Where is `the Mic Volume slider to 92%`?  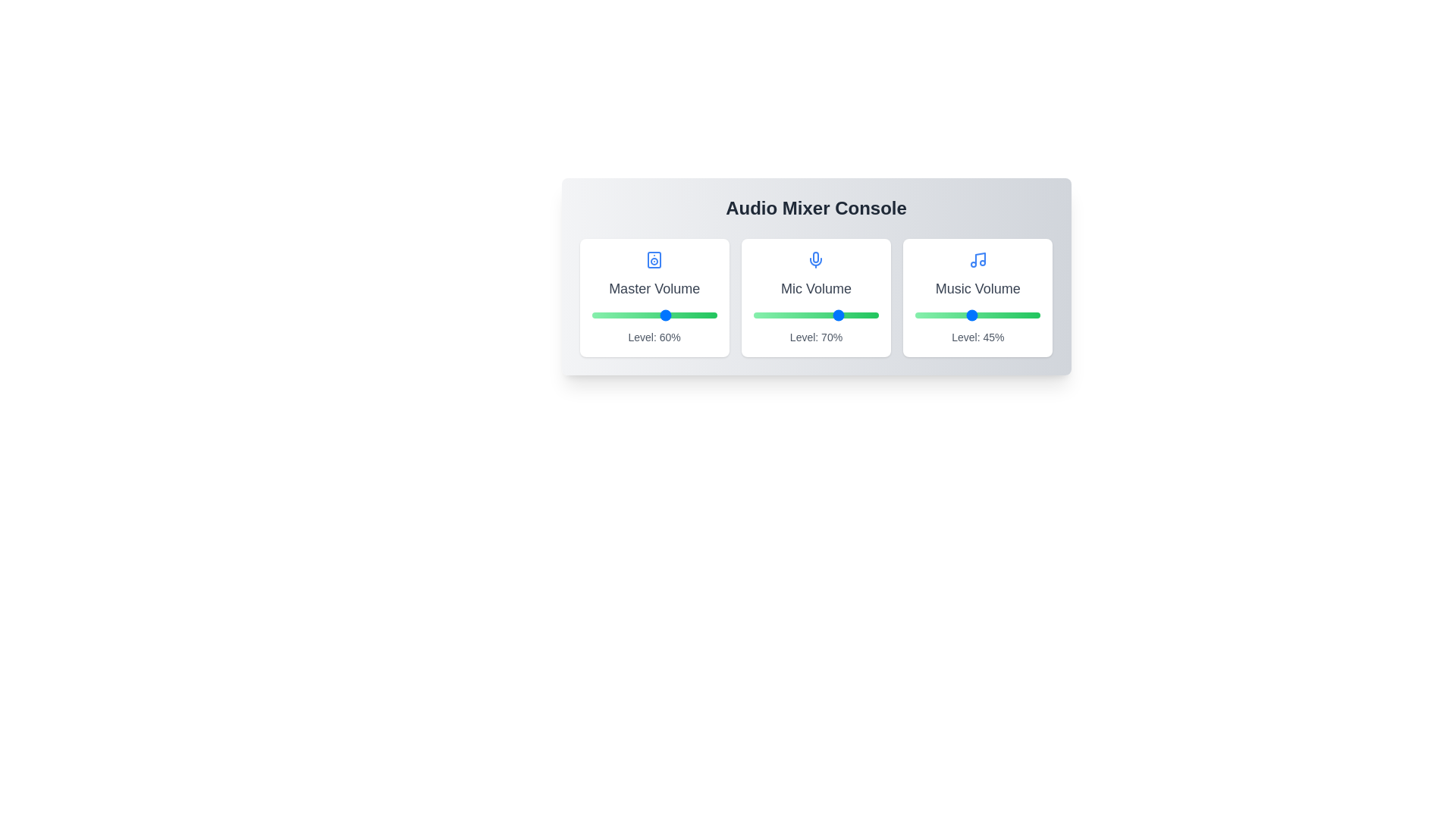
the Mic Volume slider to 92% is located at coordinates (868, 315).